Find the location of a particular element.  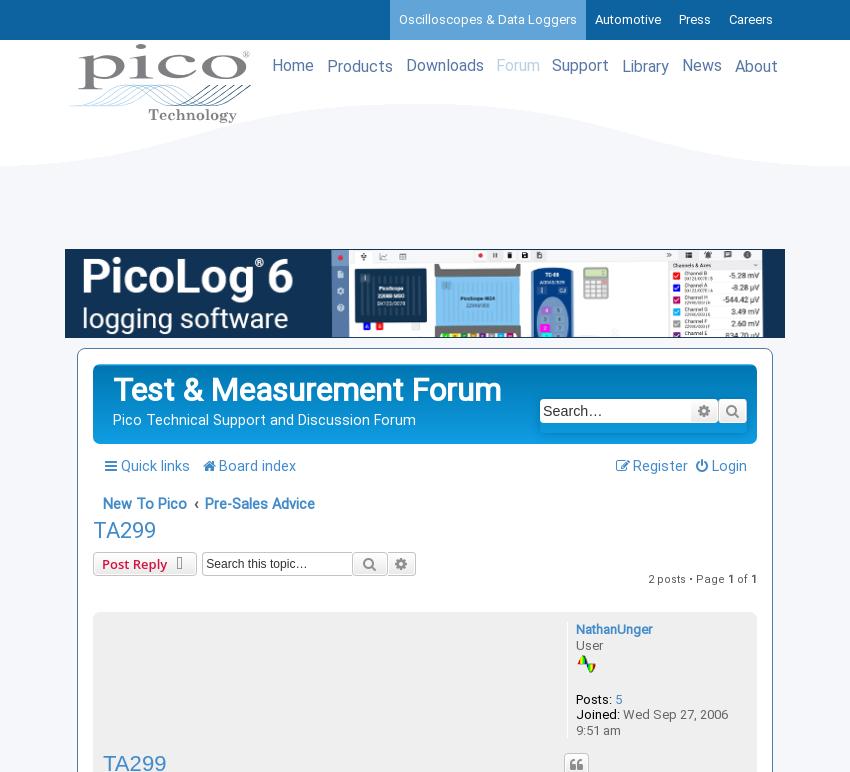

'Forum' is located at coordinates (516, 65).